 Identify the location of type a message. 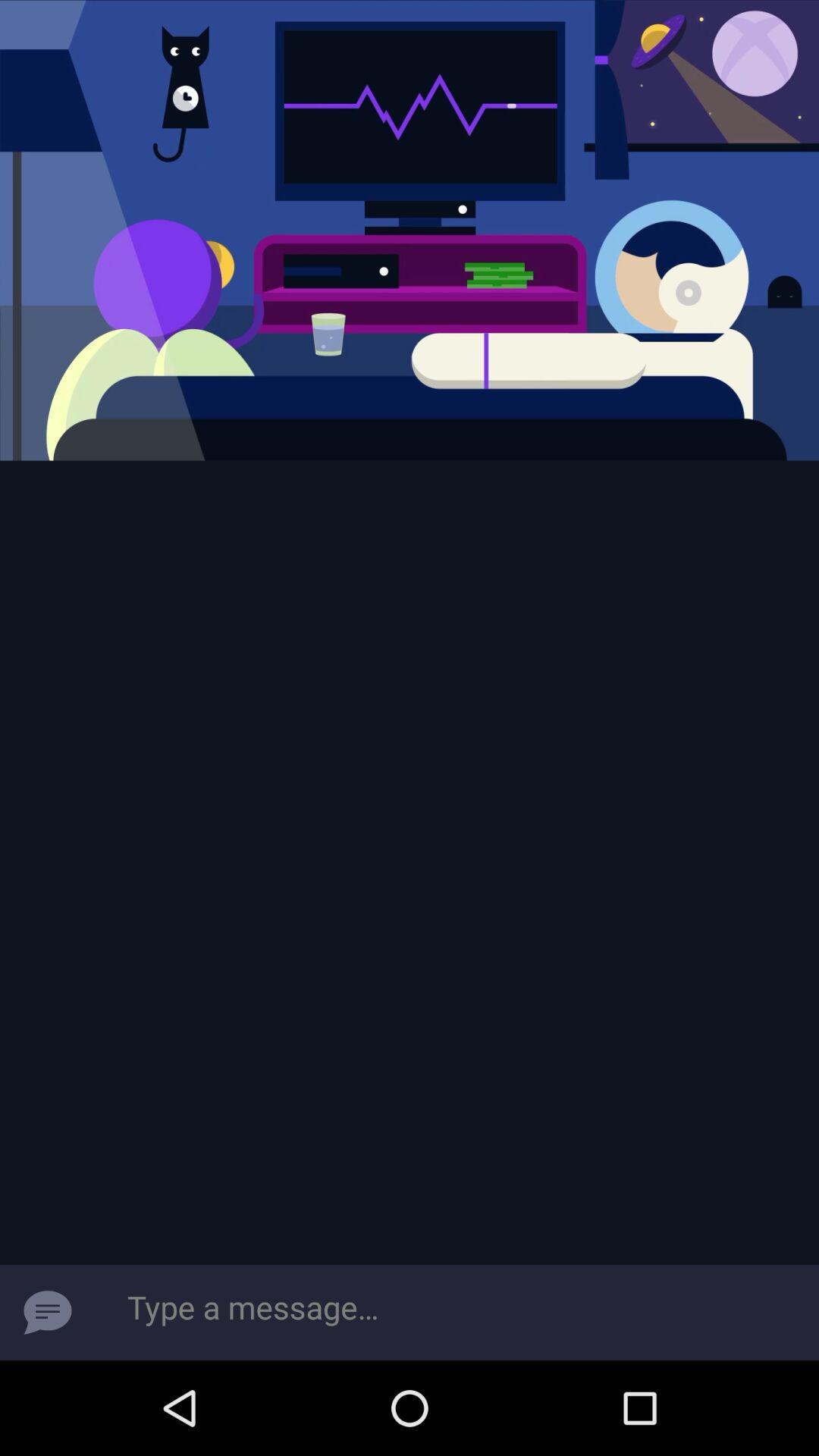
(456, 1312).